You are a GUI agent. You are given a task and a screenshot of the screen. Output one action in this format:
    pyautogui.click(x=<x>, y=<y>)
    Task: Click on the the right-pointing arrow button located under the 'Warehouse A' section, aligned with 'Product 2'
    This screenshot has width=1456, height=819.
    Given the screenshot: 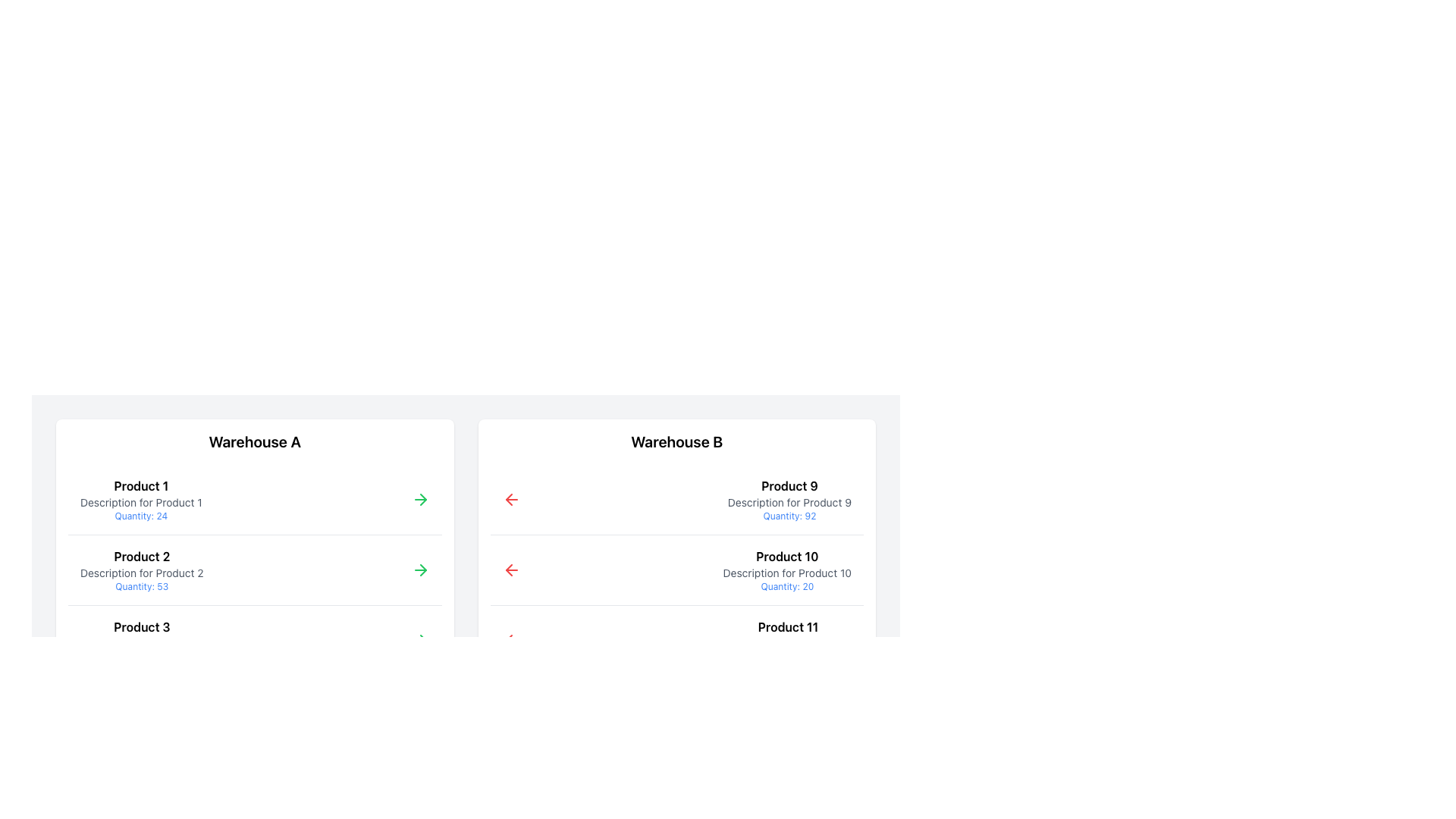 What is the action you would take?
    pyautogui.click(x=422, y=781)
    